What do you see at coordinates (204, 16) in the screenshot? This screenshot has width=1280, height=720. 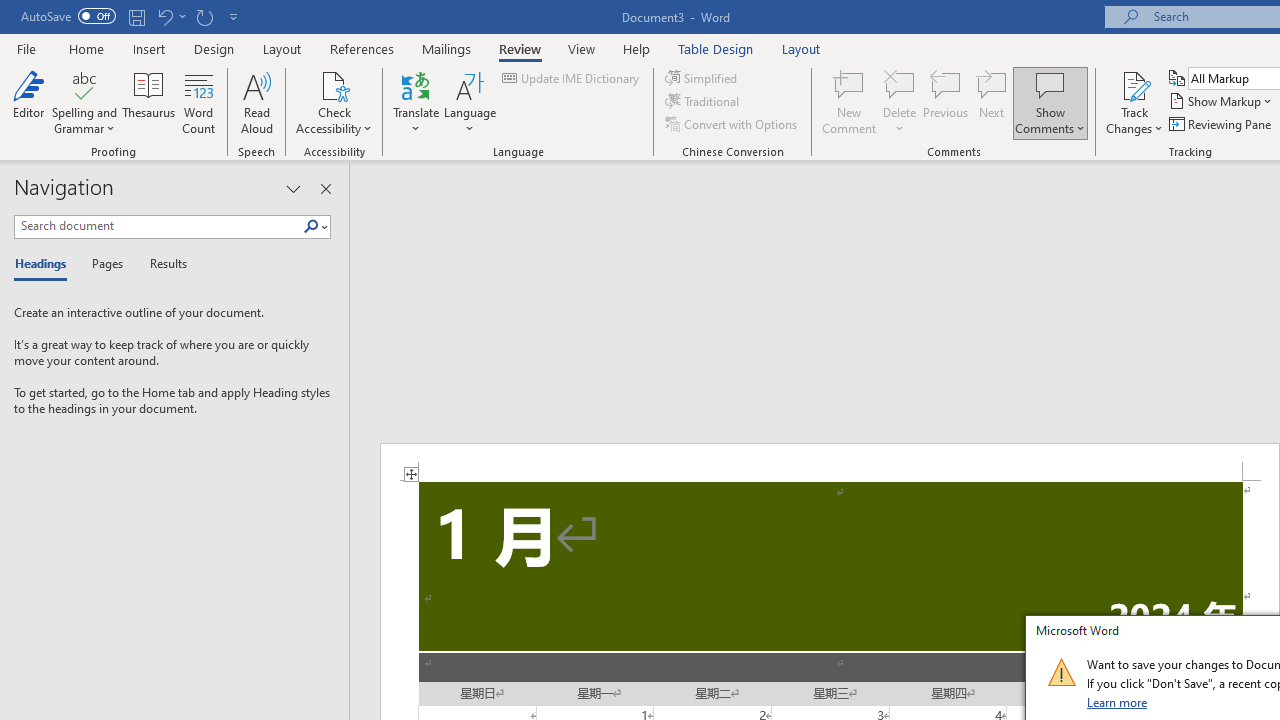 I see `'Repeat Doc Close'` at bounding box center [204, 16].